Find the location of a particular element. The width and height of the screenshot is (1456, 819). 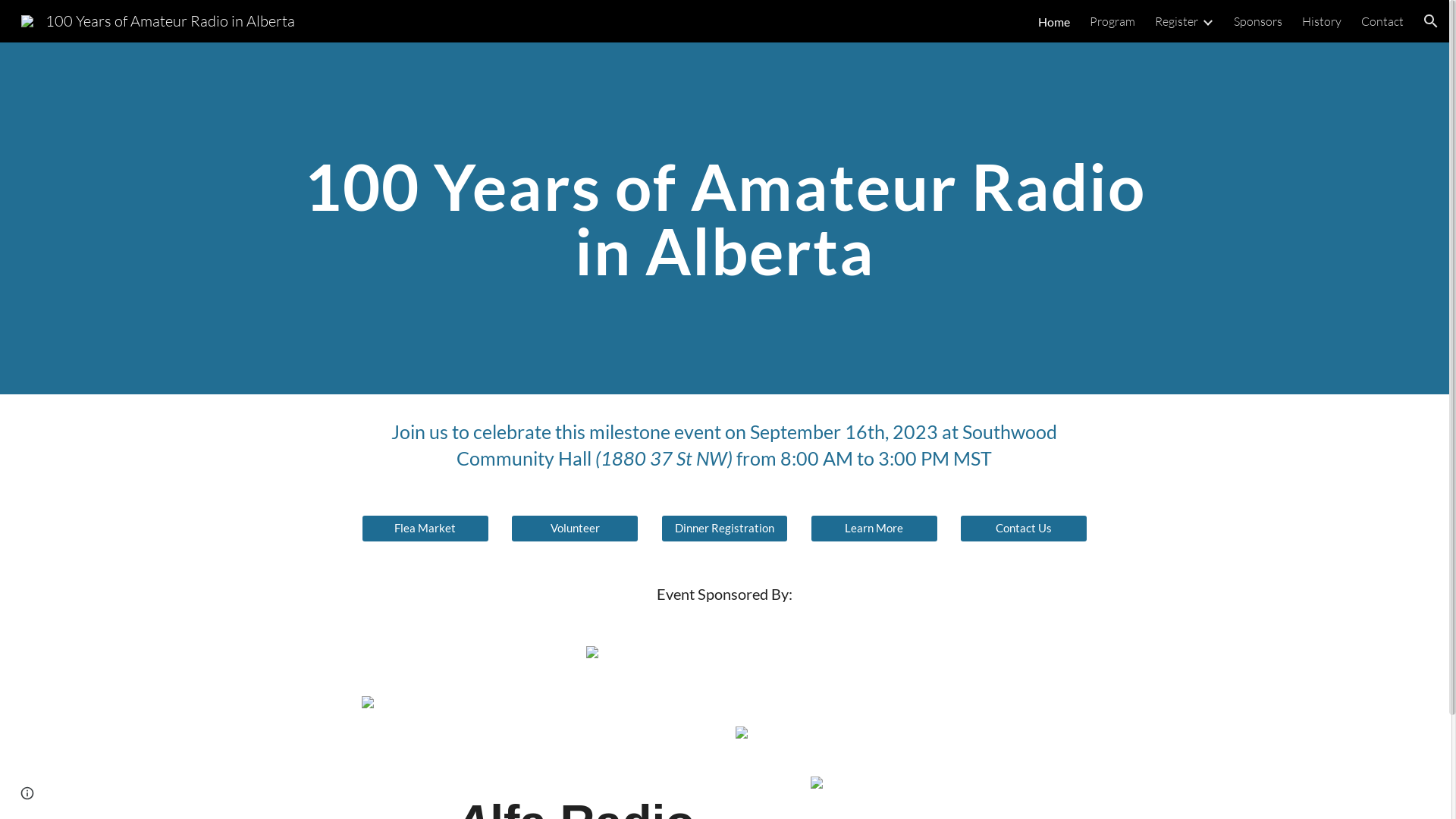

'Expand/Collapse' is located at coordinates (1207, 20).